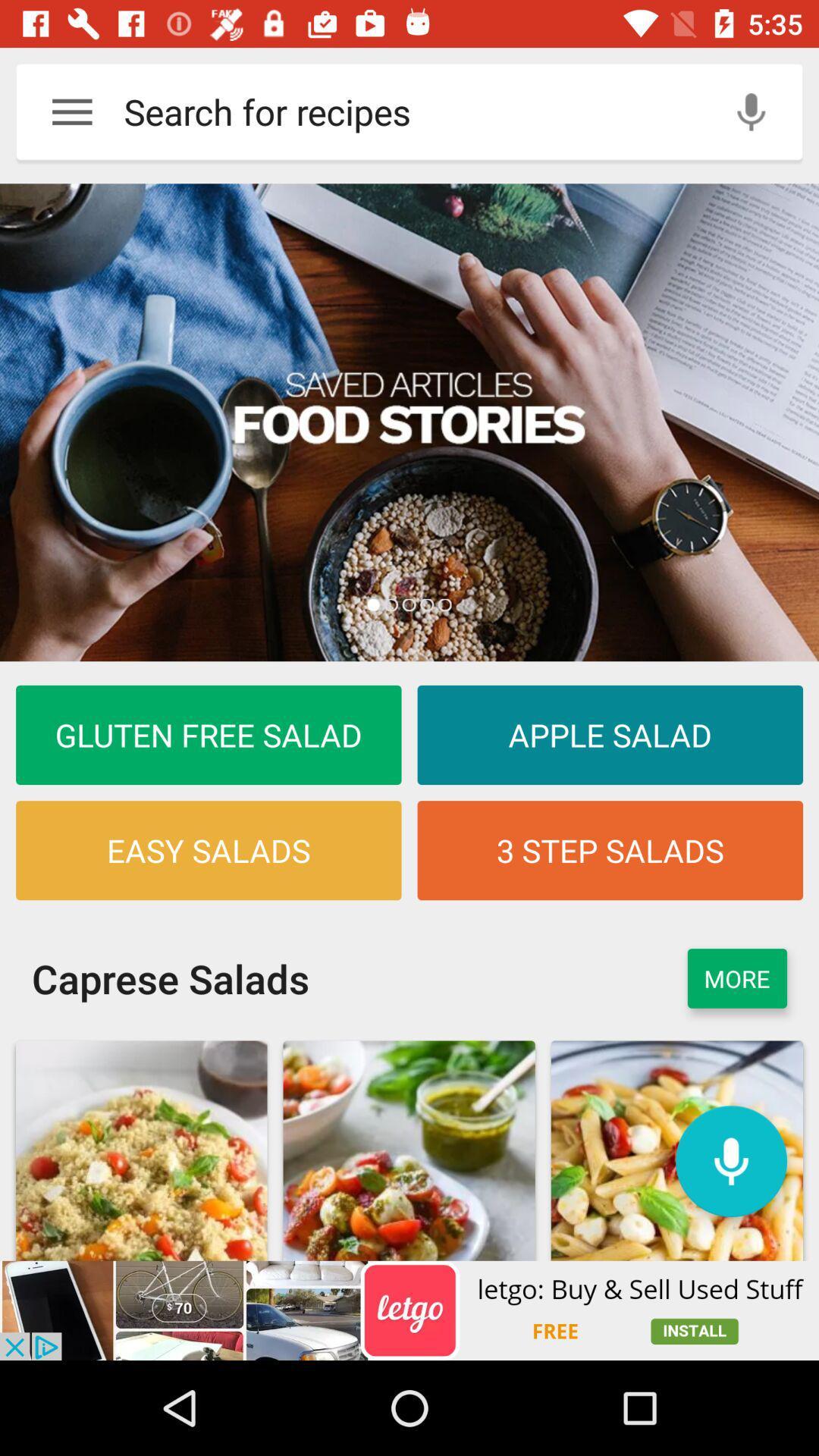 The height and width of the screenshot is (1456, 819). Describe the element at coordinates (141, 1150) in the screenshot. I see `the first image which is below caprese salads` at that location.